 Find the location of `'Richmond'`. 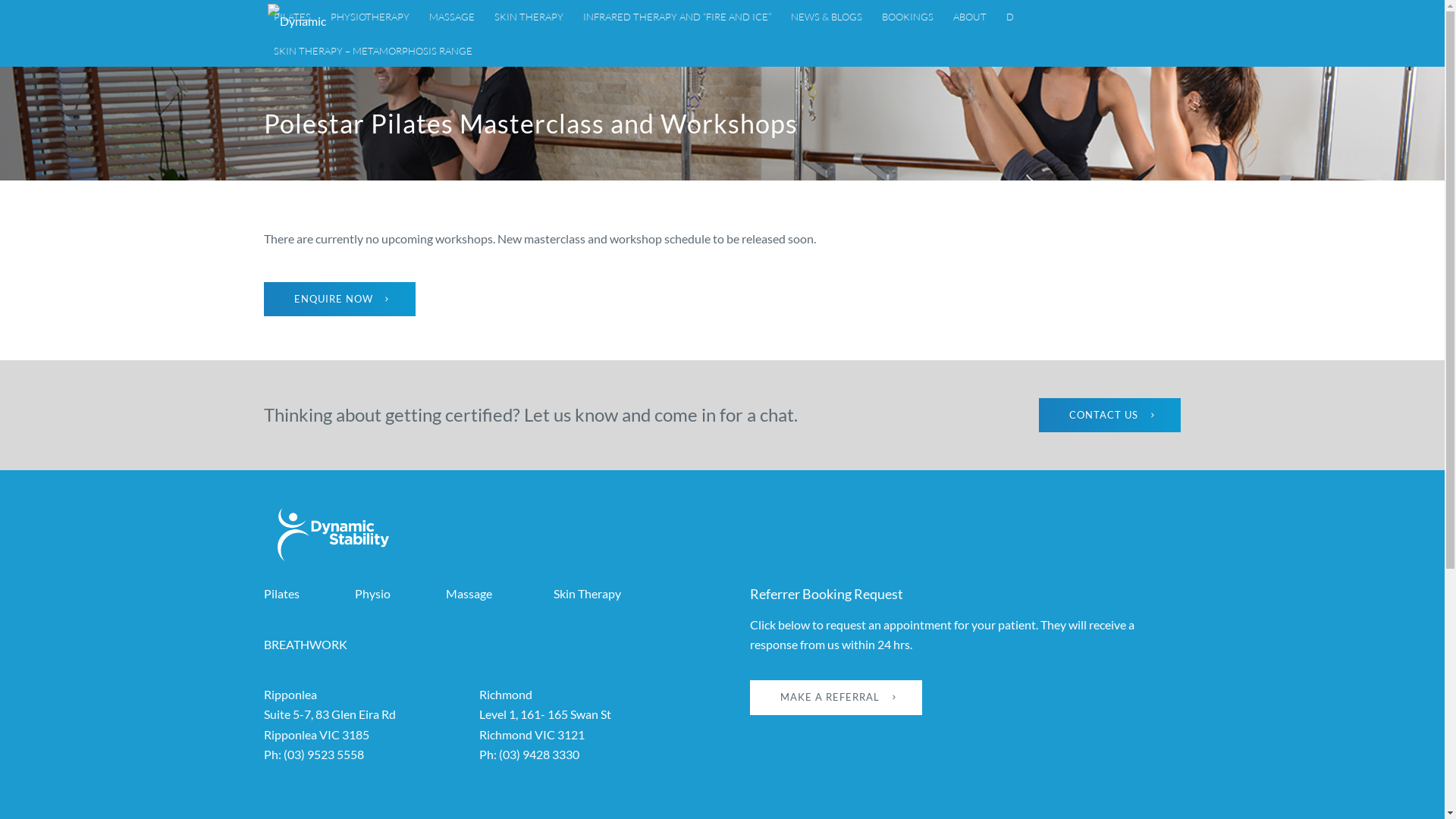

'Richmond' is located at coordinates (506, 694).